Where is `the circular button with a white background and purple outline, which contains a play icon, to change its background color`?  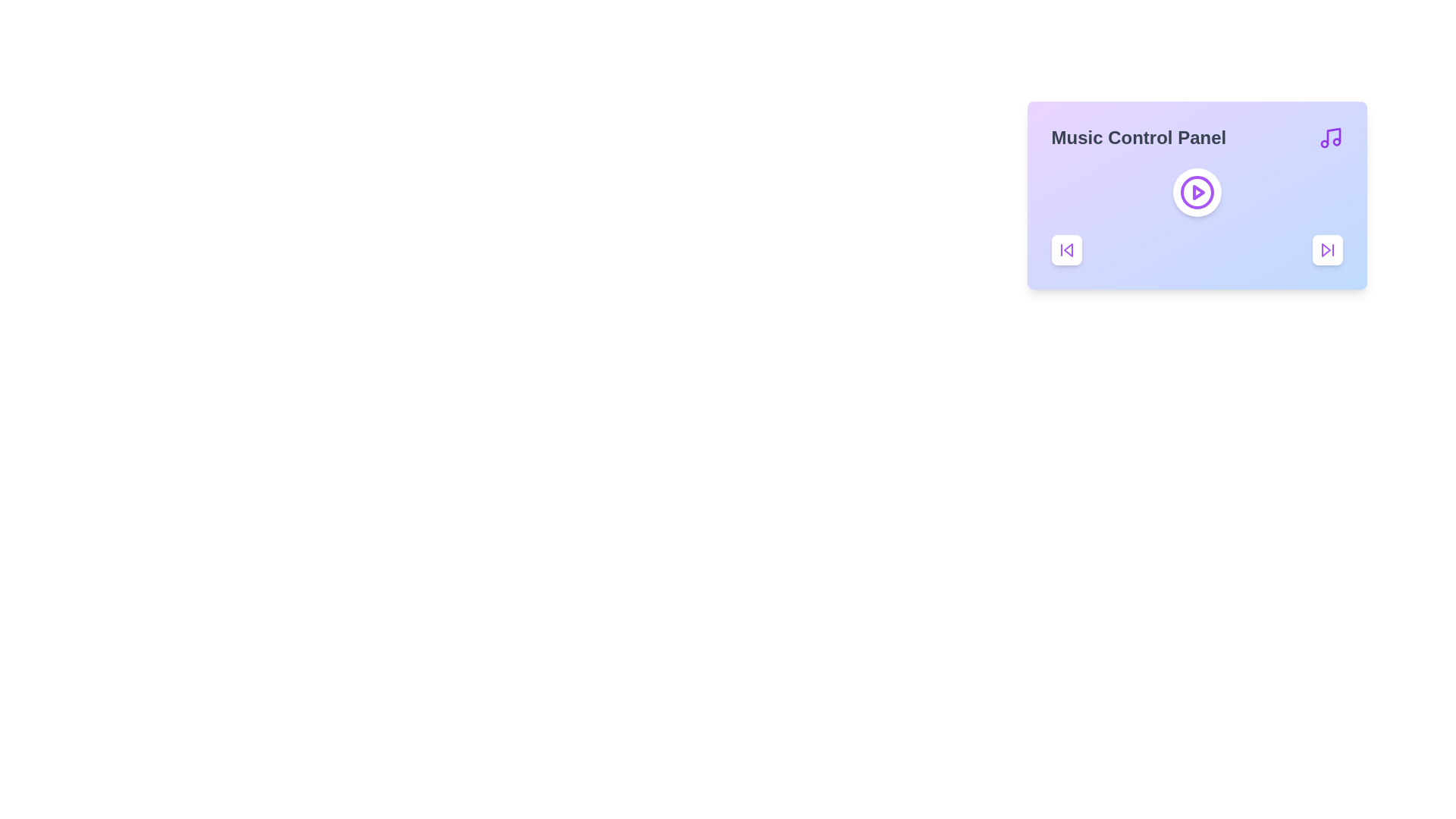
the circular button with a white background and purple outline, which contains a play icon, to change its background color is located at coordinates (1196, 192).